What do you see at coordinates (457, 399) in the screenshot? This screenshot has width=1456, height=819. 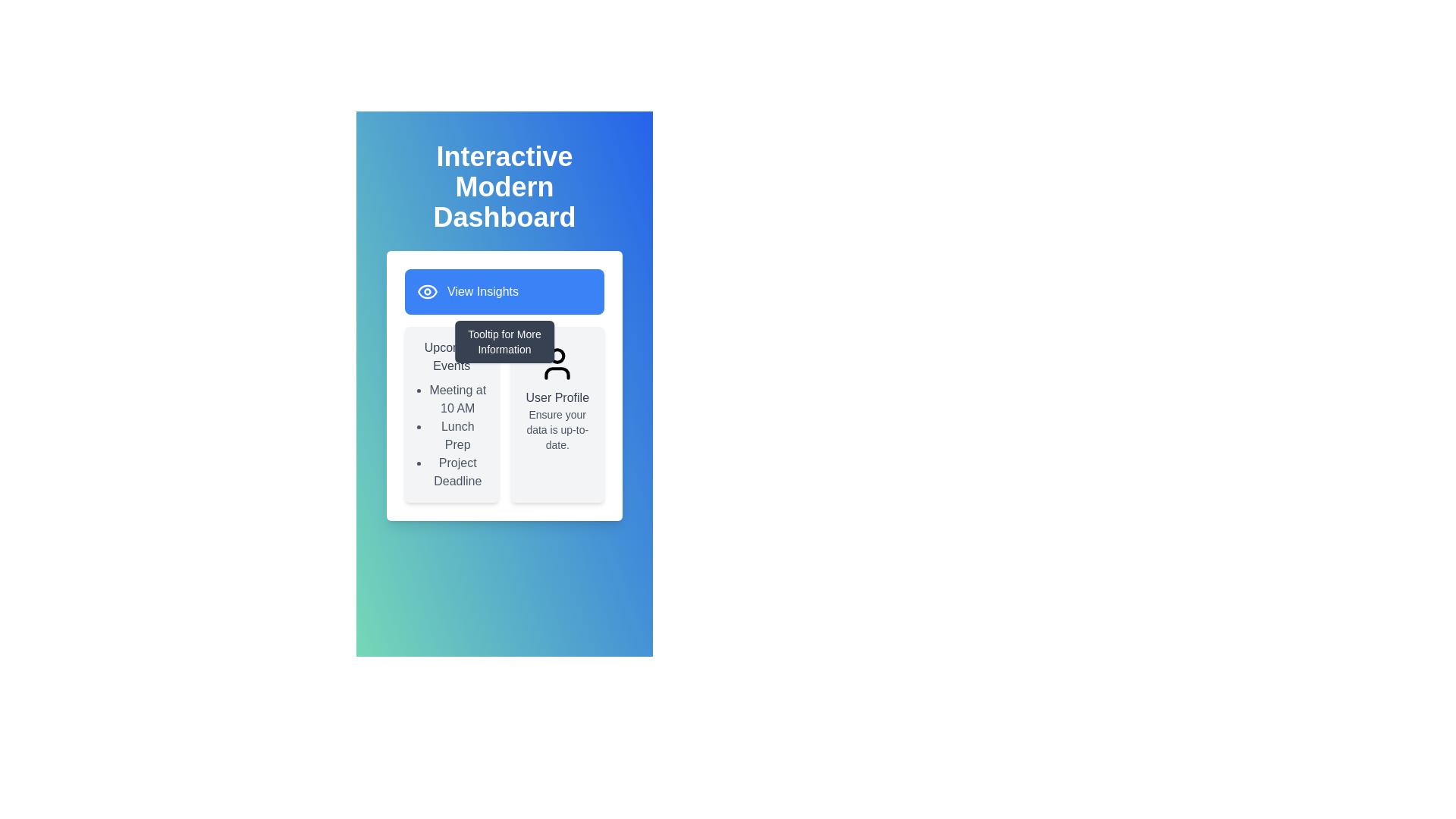 I see `the static informational label for the upcoming event scheduled at 10 AM, located in the bulleted list under 'Upcoming Events'` at bounding box center [457, 399].